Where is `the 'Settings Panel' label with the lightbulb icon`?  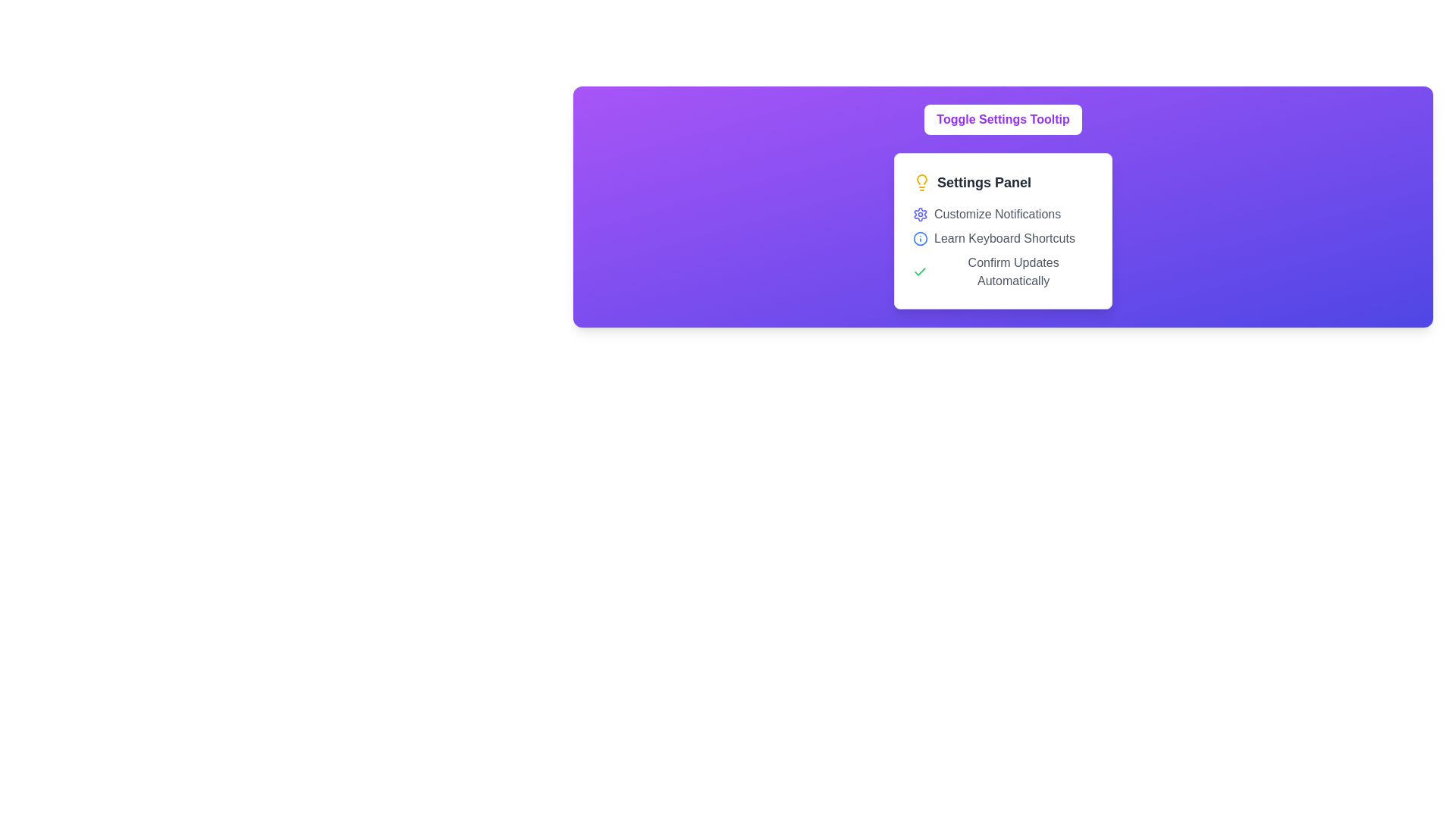
the 'Settings Panel' label with the lightbulb icon is located at coordinates (1003, 181).